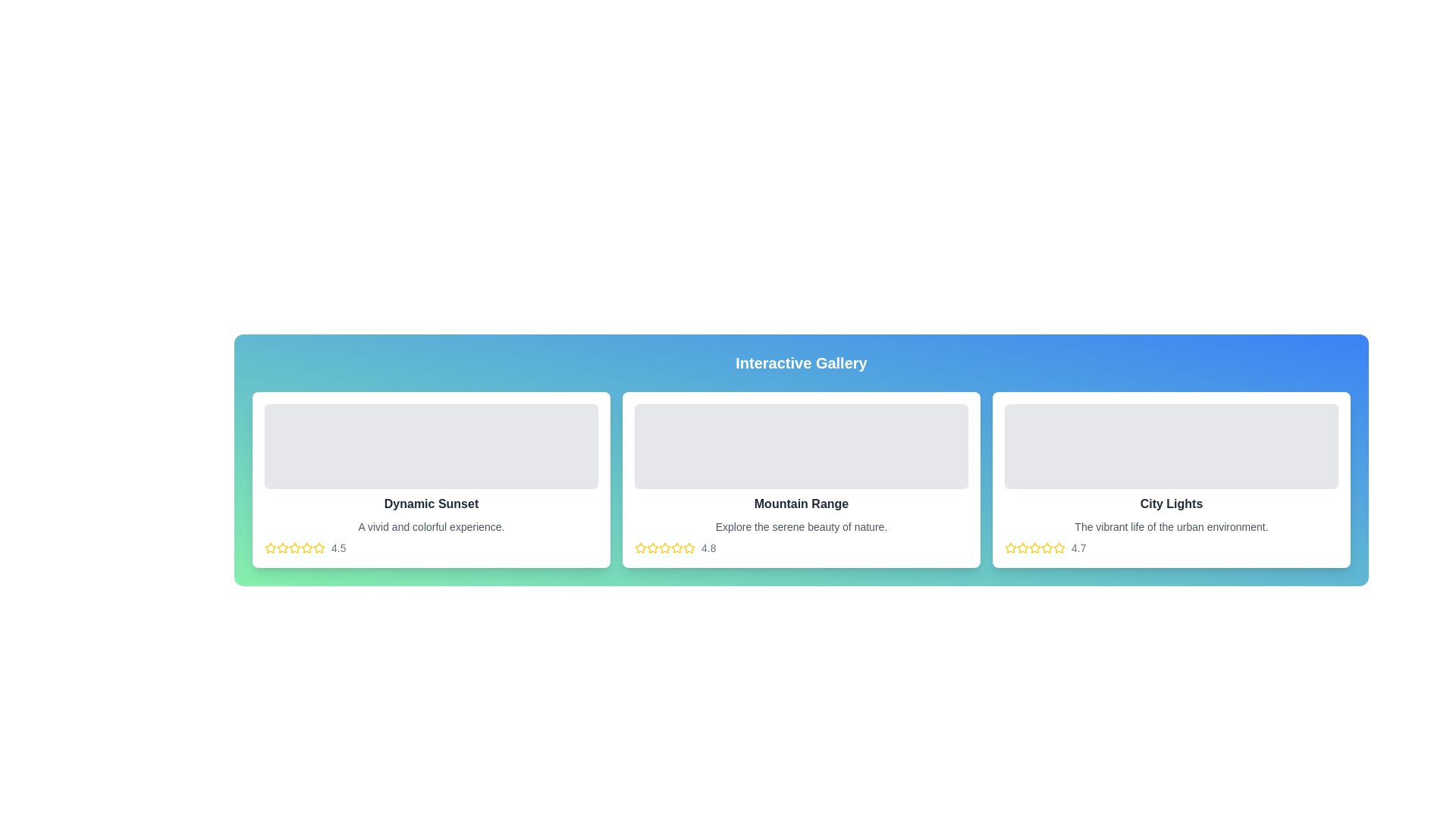 This screenshot has width=1456, height=819. Describe the element at coordinates (640, 548) in the screenshot. I see `the star-shaped icon with a yellow outline located below the text 'Mountain Range' in the rightmost content card` at that location.